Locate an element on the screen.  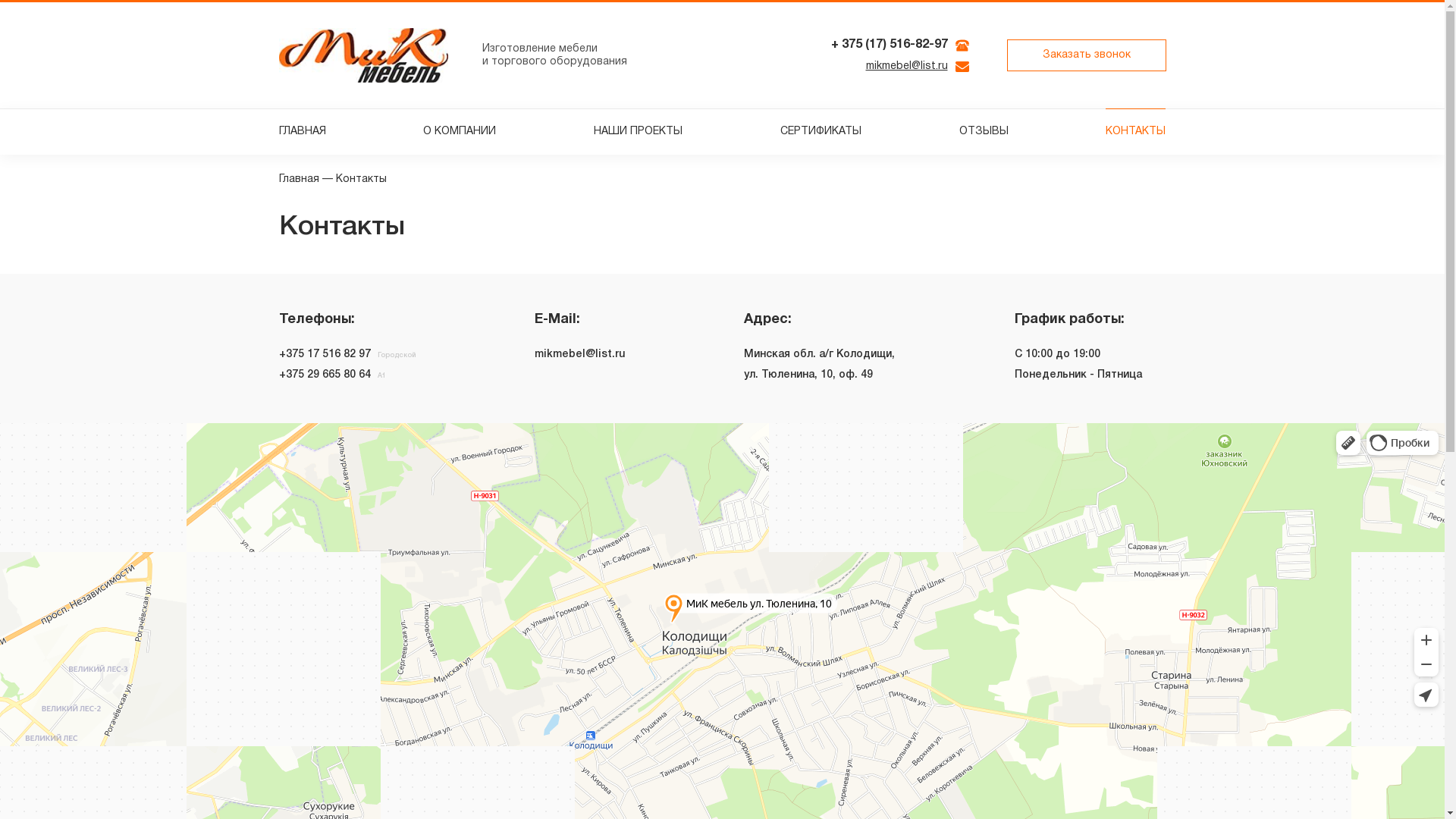
'mikmebel@list.ru' is located at coordinates (906, 65).